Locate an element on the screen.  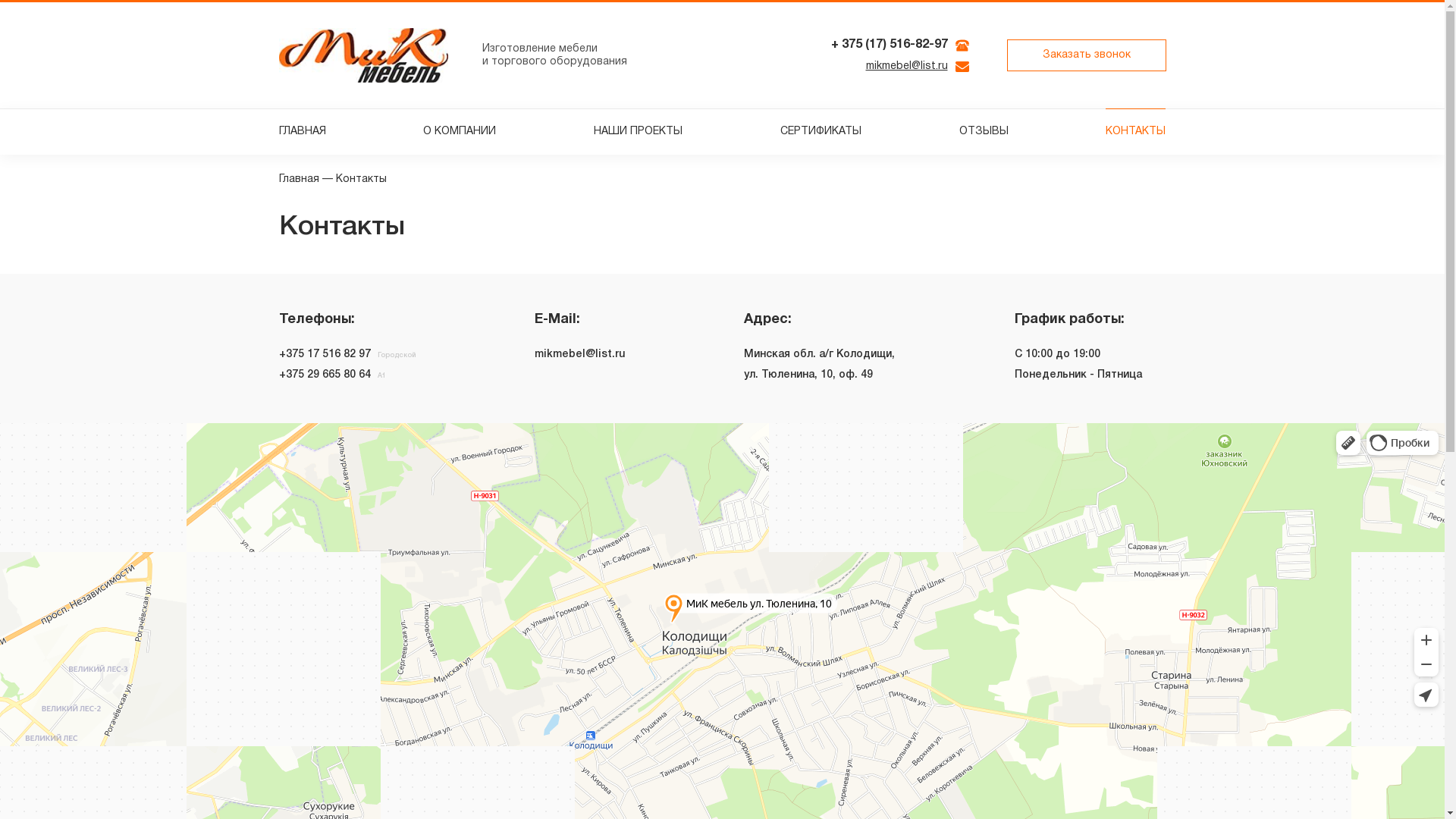
'mikmebel@list.ru' is located at coordinates (906, 65).